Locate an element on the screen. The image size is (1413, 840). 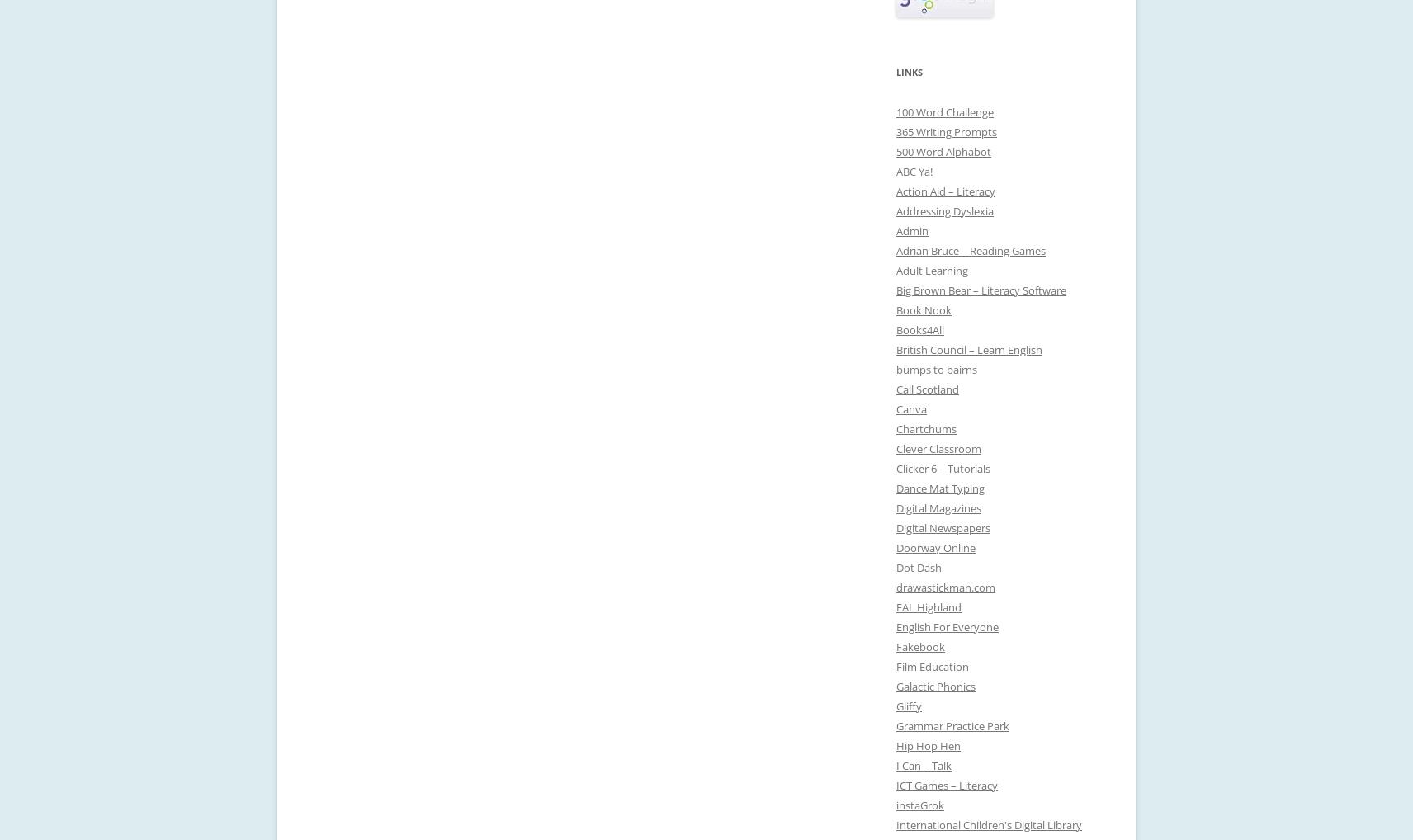
'International Children's Digital Library' is located at coordinates (989, 824).